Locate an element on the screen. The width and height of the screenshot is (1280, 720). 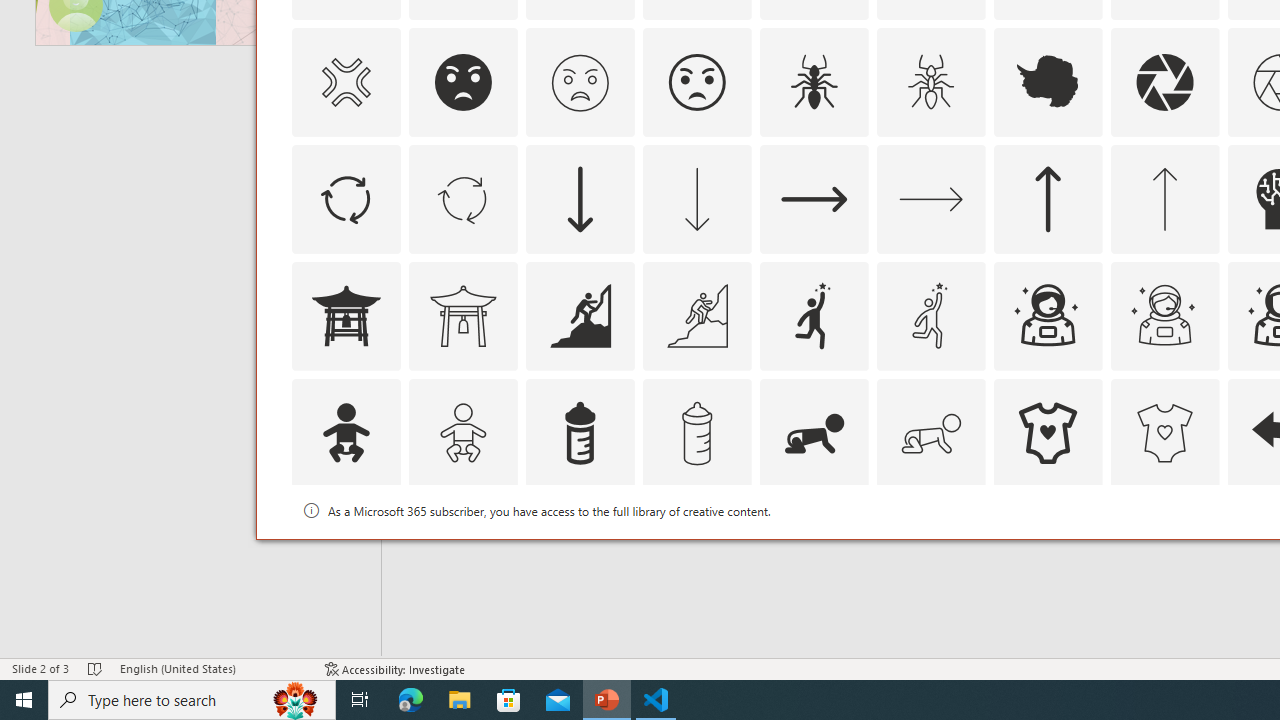
'AutomationID: Icons_BabyOnesie' is located at coordinates (1047, 431).